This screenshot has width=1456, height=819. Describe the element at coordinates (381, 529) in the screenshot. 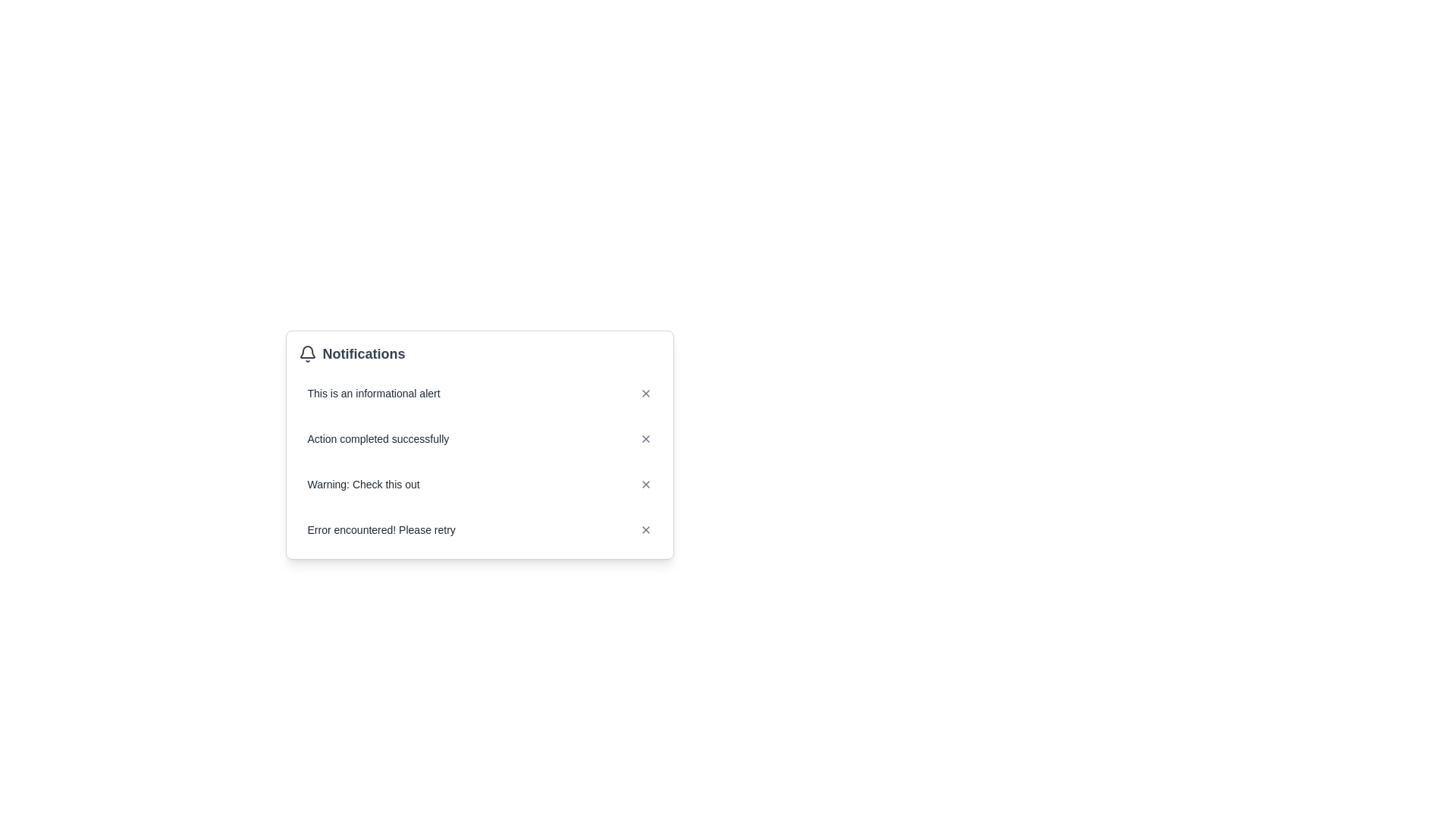

I see `the error message text located in the bottom notification card, which suggests retrying the action` at that location.